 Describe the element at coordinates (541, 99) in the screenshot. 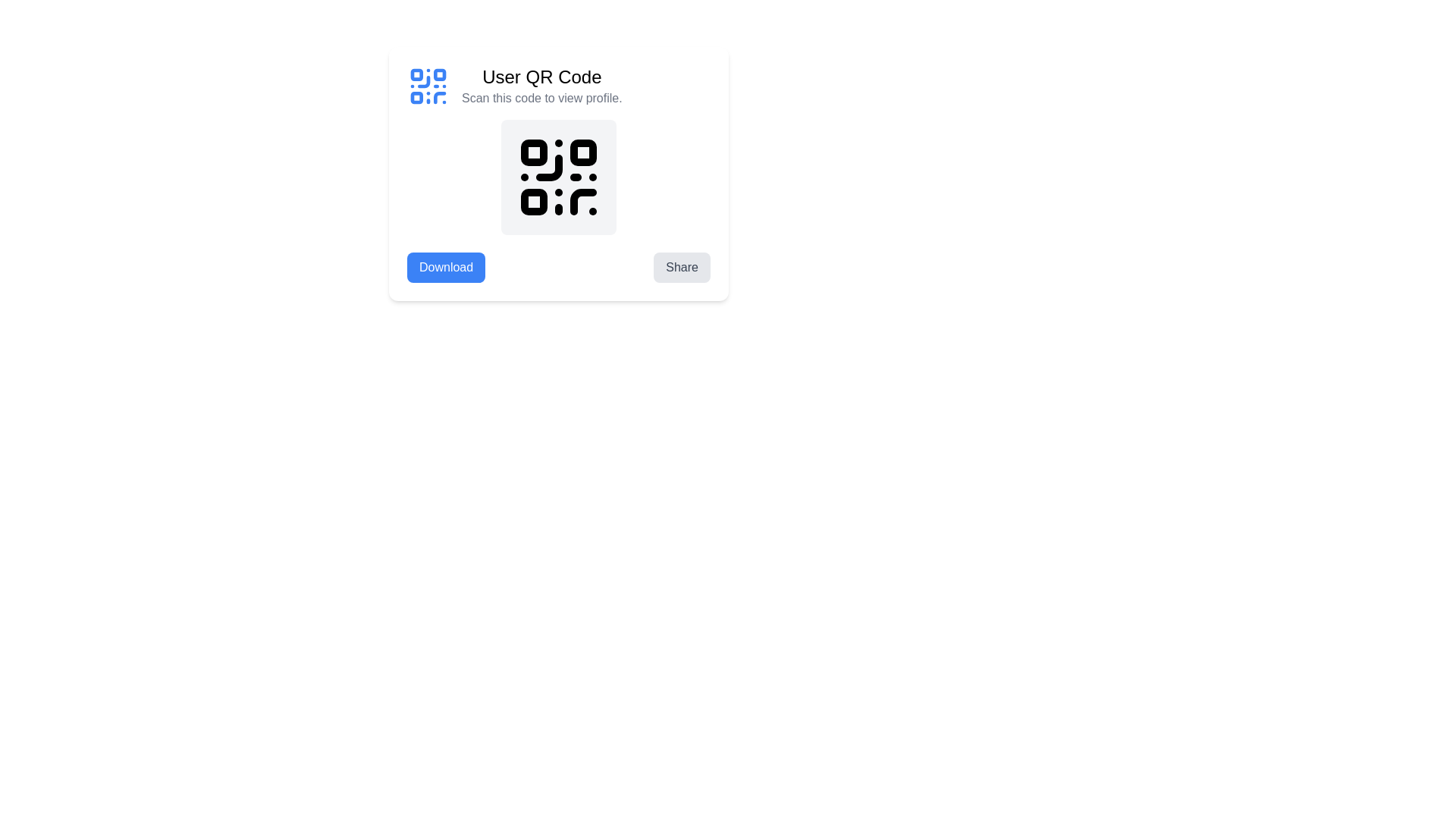

I see `the text label that says 'Scan this code` at that location.